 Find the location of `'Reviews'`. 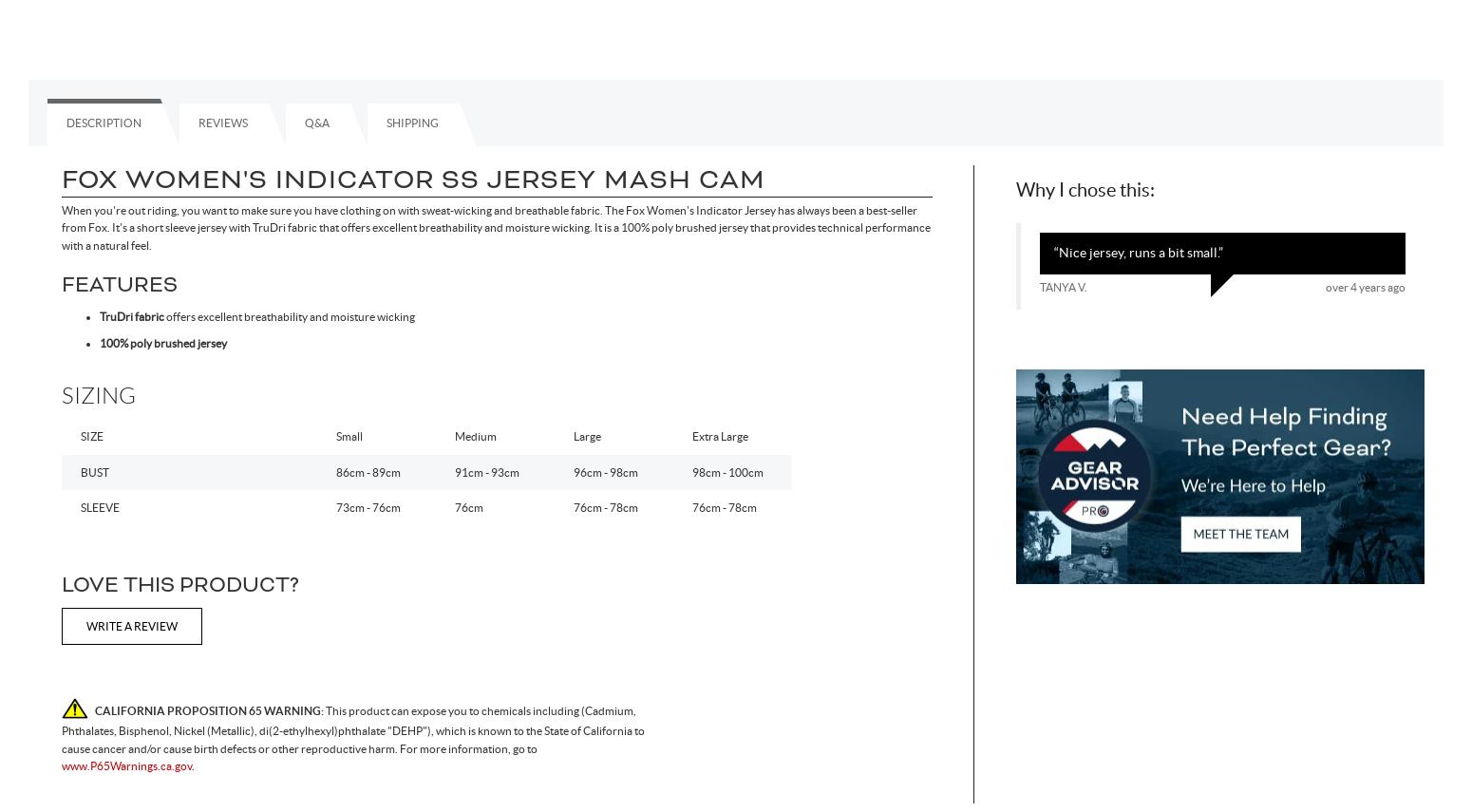

'Reviews' is located at coordinates (197, 122).